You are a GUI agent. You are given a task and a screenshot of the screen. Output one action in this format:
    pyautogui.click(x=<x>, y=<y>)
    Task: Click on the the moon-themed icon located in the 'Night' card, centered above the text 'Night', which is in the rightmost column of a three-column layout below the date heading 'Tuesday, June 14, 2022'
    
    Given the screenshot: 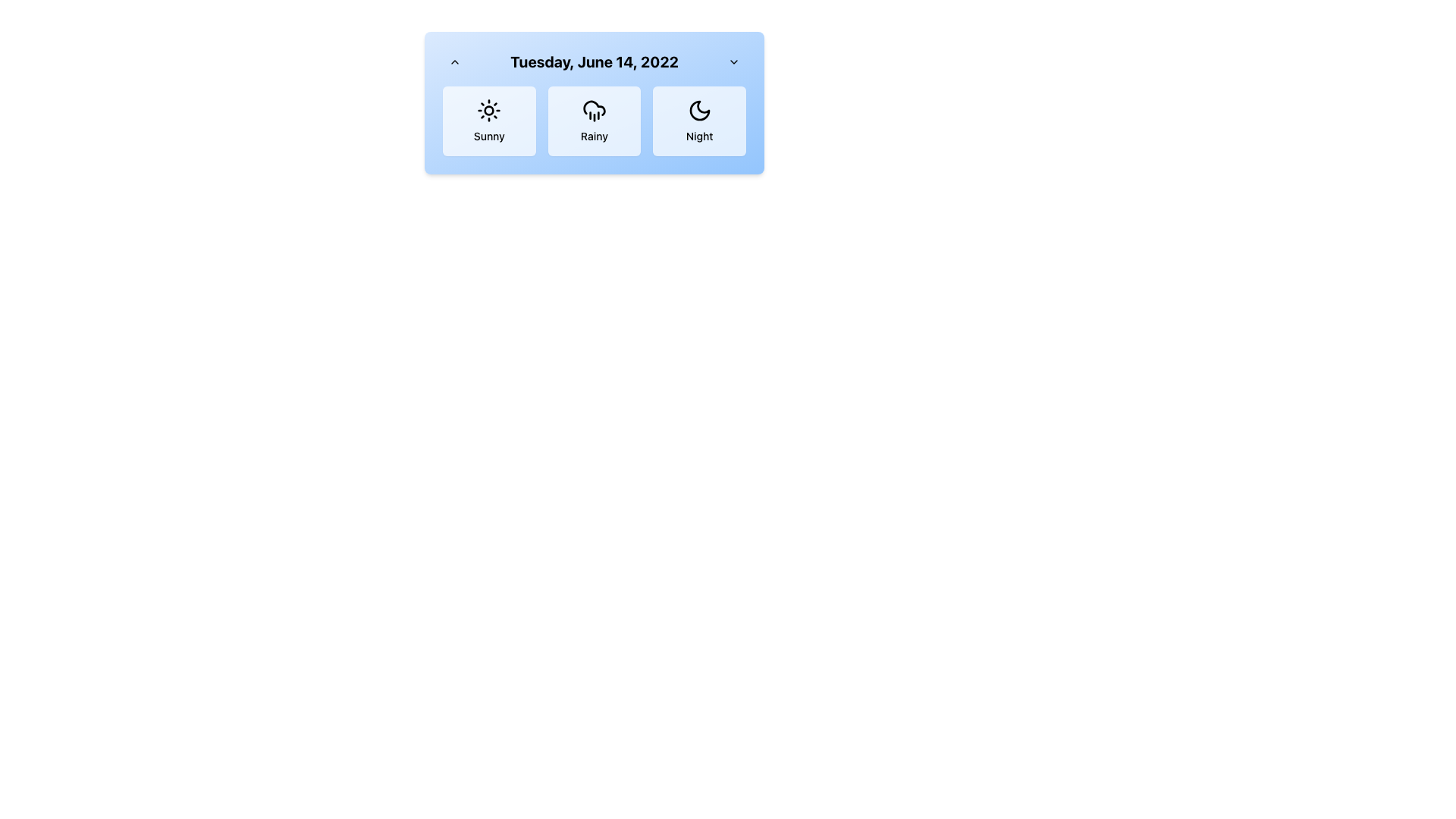 What is the action you would take?
    pyautogui.click(x=698, y=110)
    